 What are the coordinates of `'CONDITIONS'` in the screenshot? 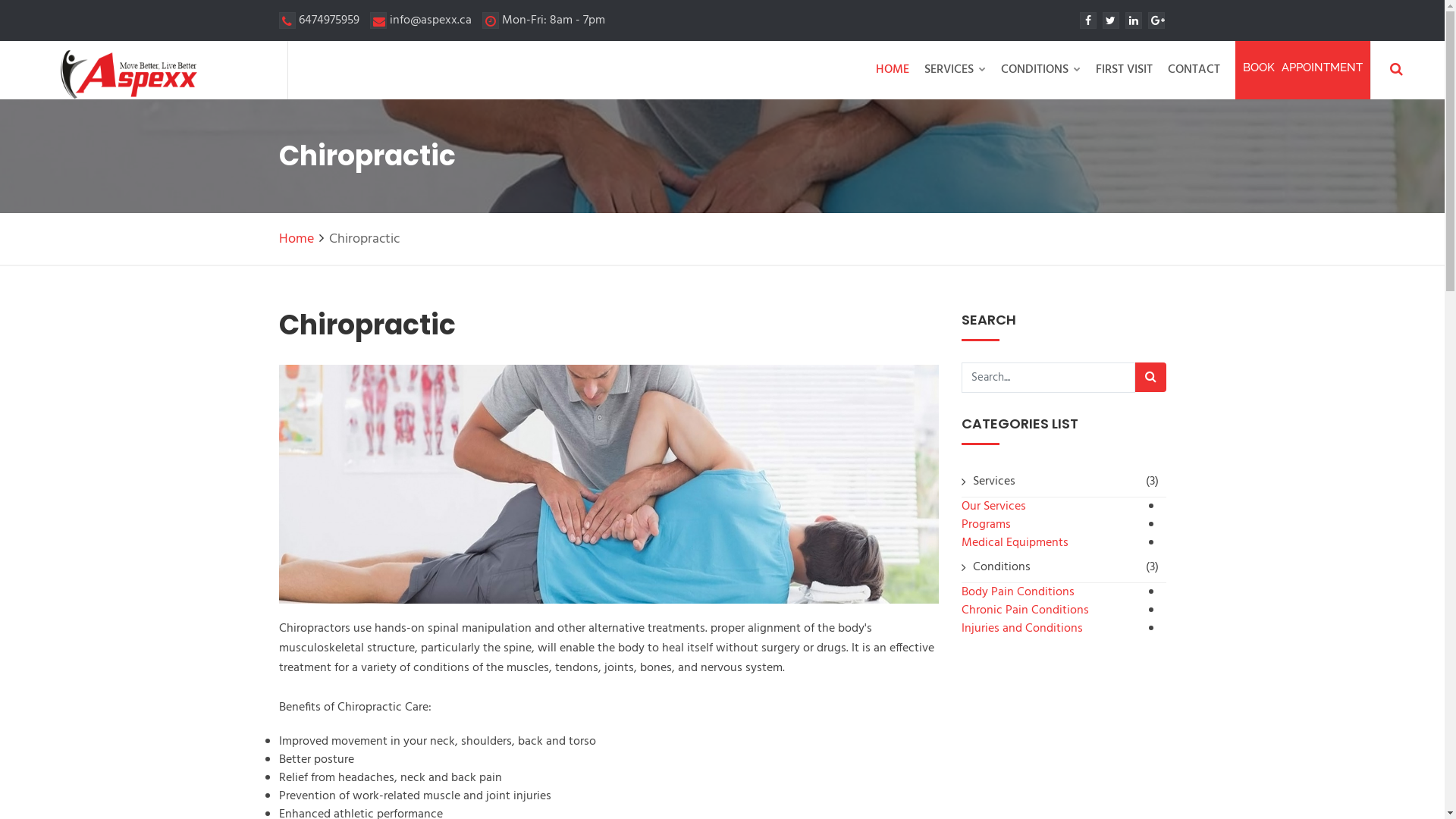 It's located at (1040, 70).